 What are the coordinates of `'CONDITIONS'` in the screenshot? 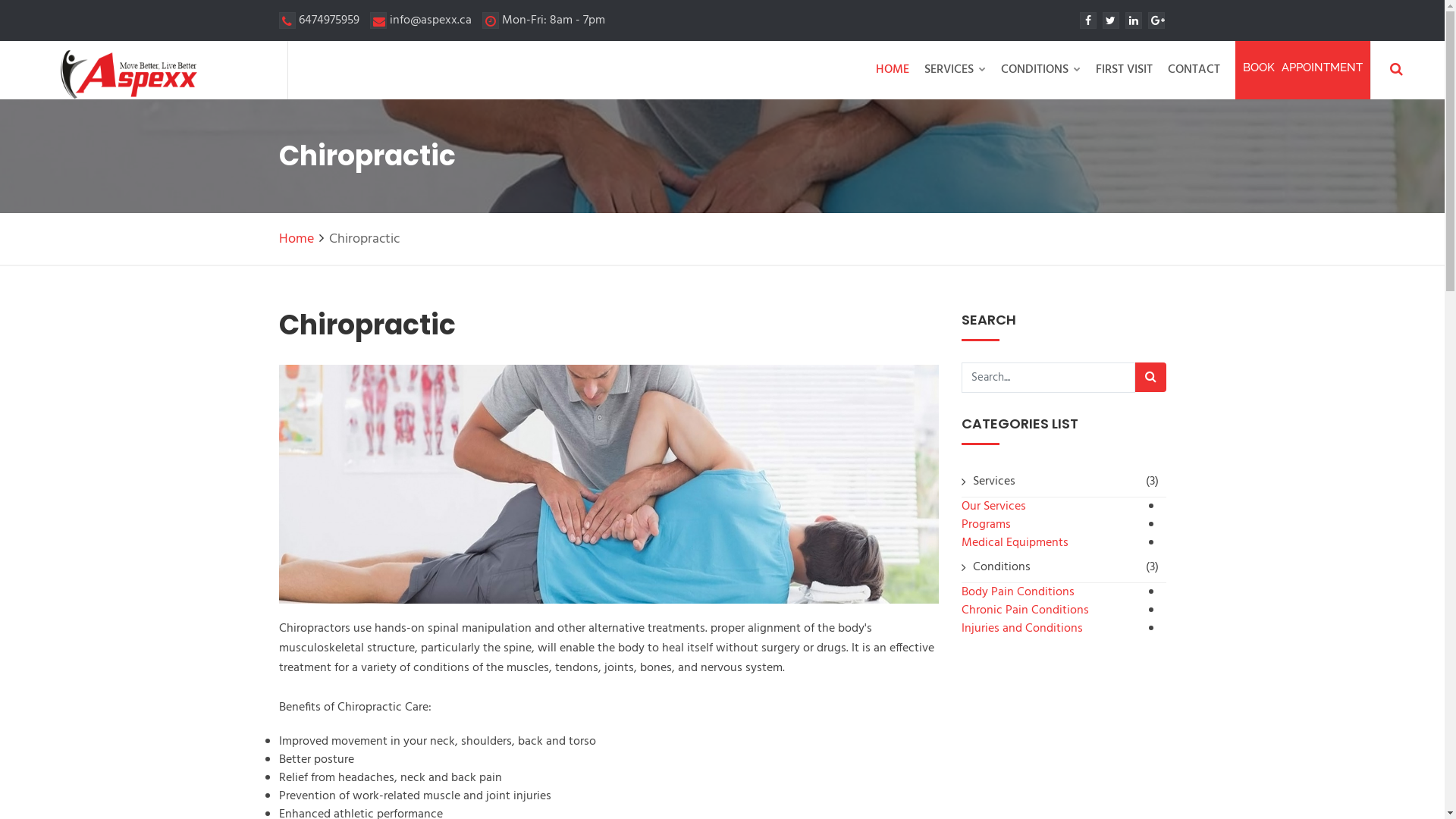 It's located at (1040, 70).